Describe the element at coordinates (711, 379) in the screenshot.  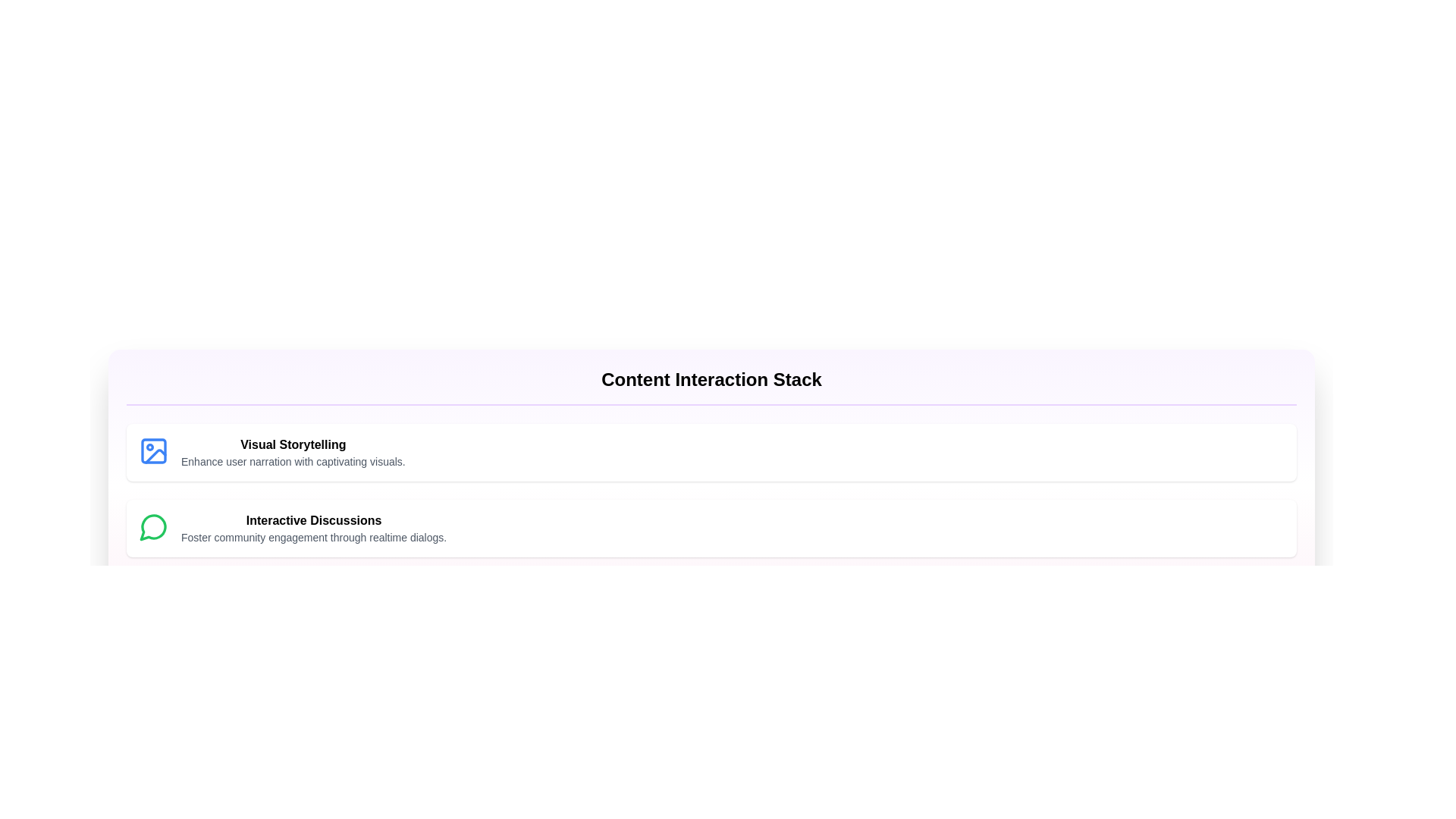
I see `the static title or heading that indicates 'Content Interaction Stack', which is located at the top of a section and is horizontally centered` at that location.